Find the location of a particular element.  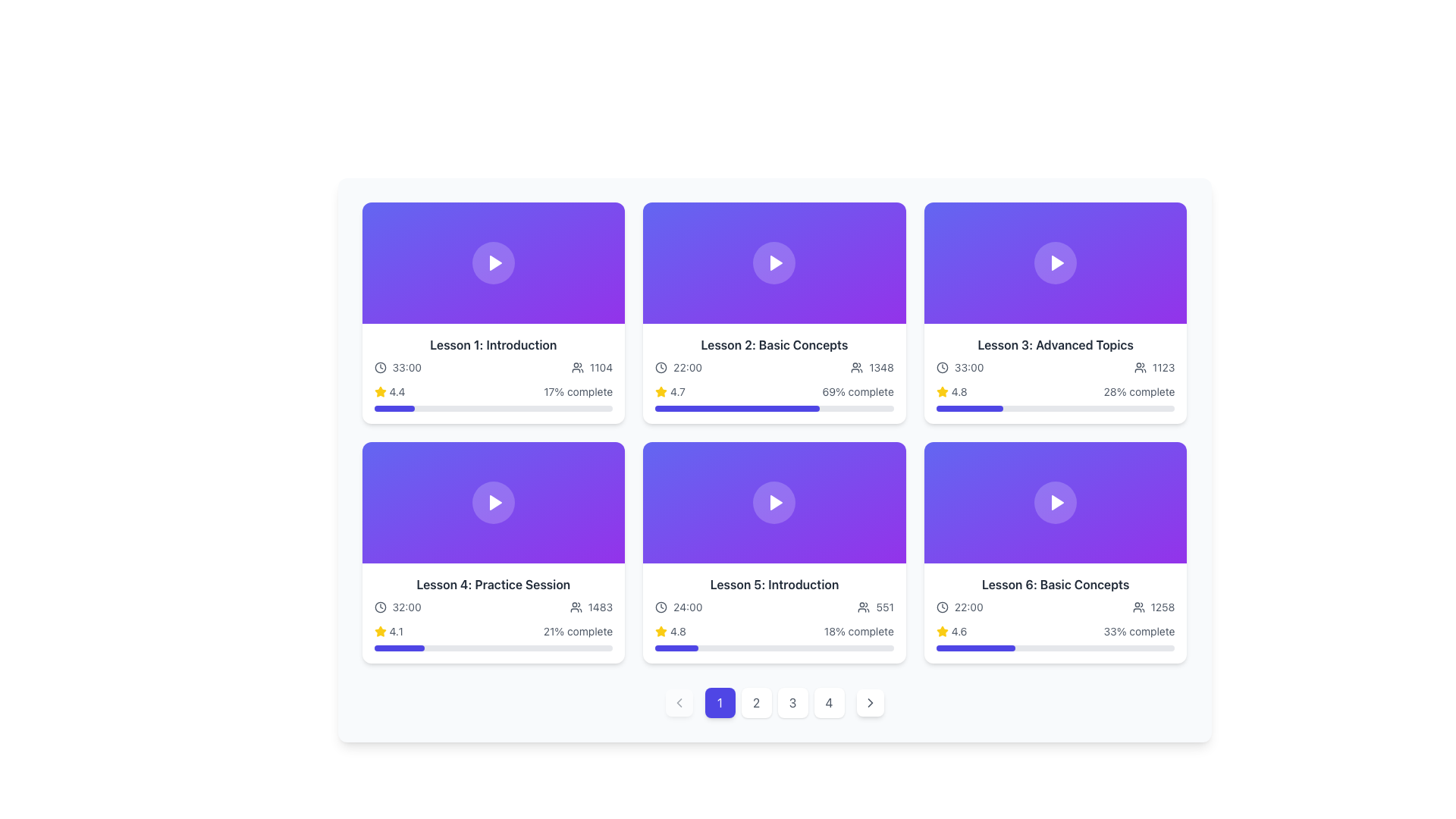

the text display showing the number '1348', which is located under the title 'Lesson 2: Basic Concepts' and to the right of the participant icon for interaction is located at coordinates (872, 368).